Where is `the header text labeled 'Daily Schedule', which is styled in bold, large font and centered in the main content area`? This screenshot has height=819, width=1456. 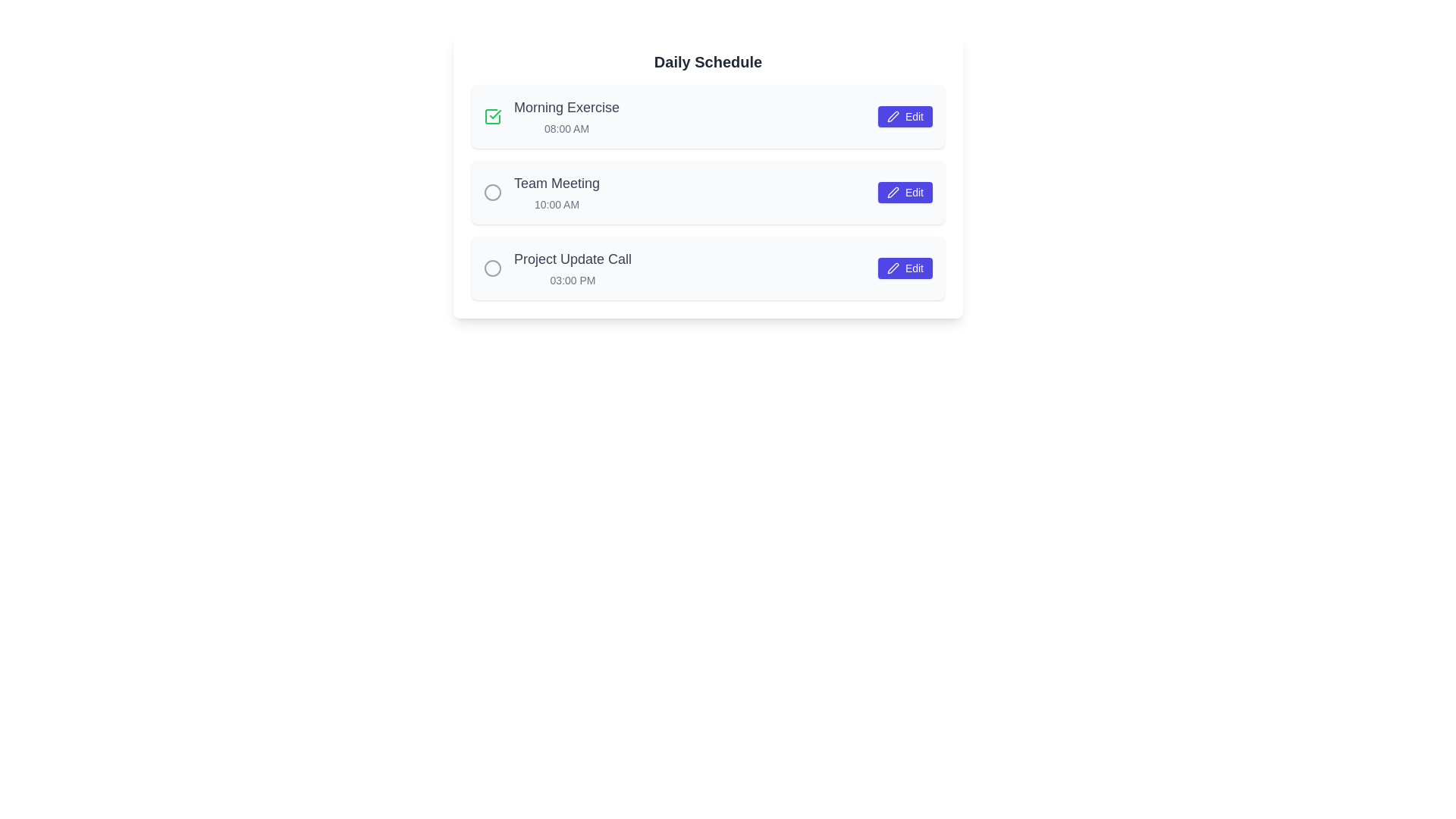
the header text labeled 'Daily Schedule', which is styled in bold, large font and centered in the main content area is located at coordinates (708, 61).